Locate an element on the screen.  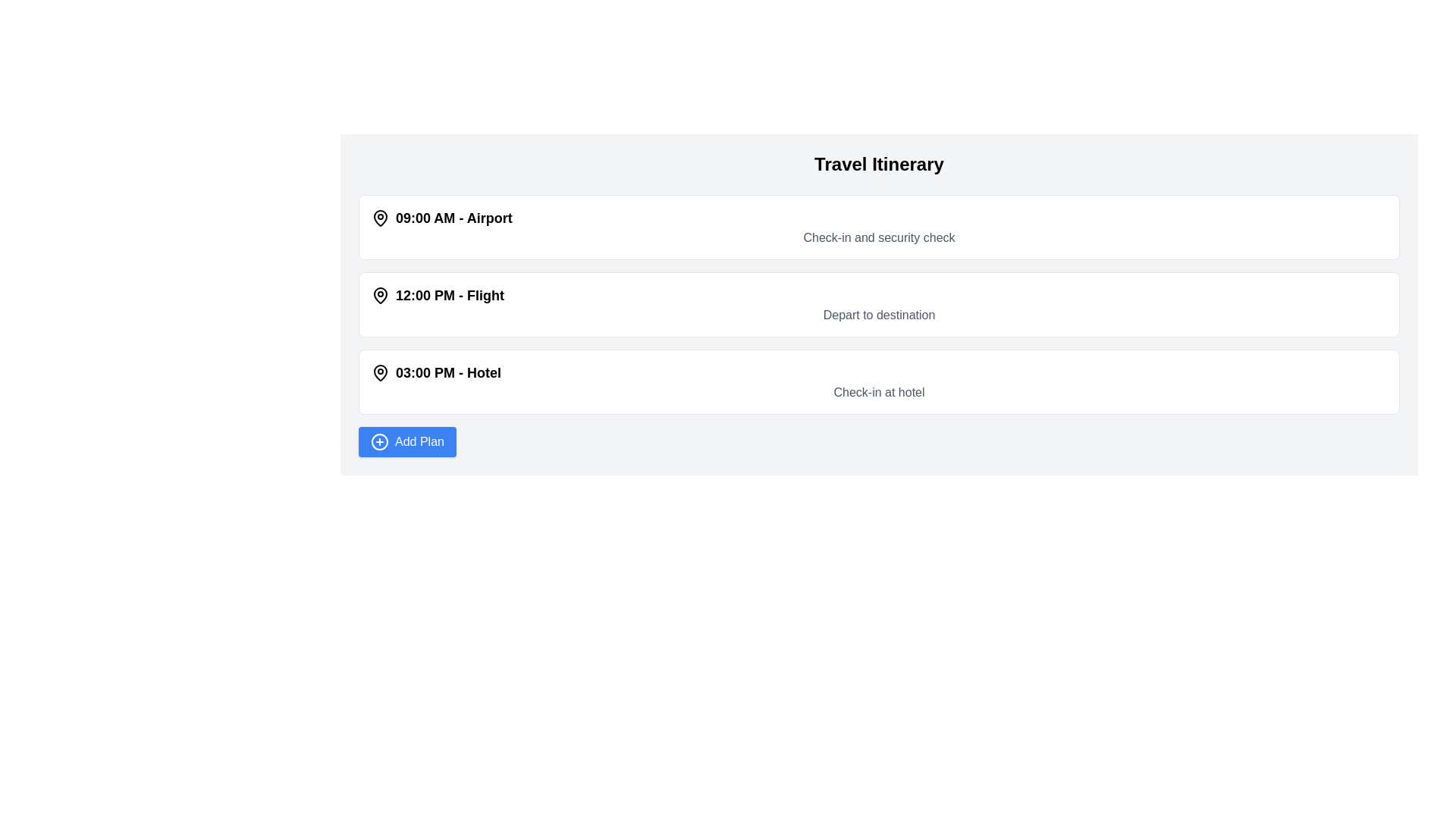
the outline of the map pin icon associated with '03:00 PM - Hotel' in the third position of the time entries list is located at coordinates (381, 372).